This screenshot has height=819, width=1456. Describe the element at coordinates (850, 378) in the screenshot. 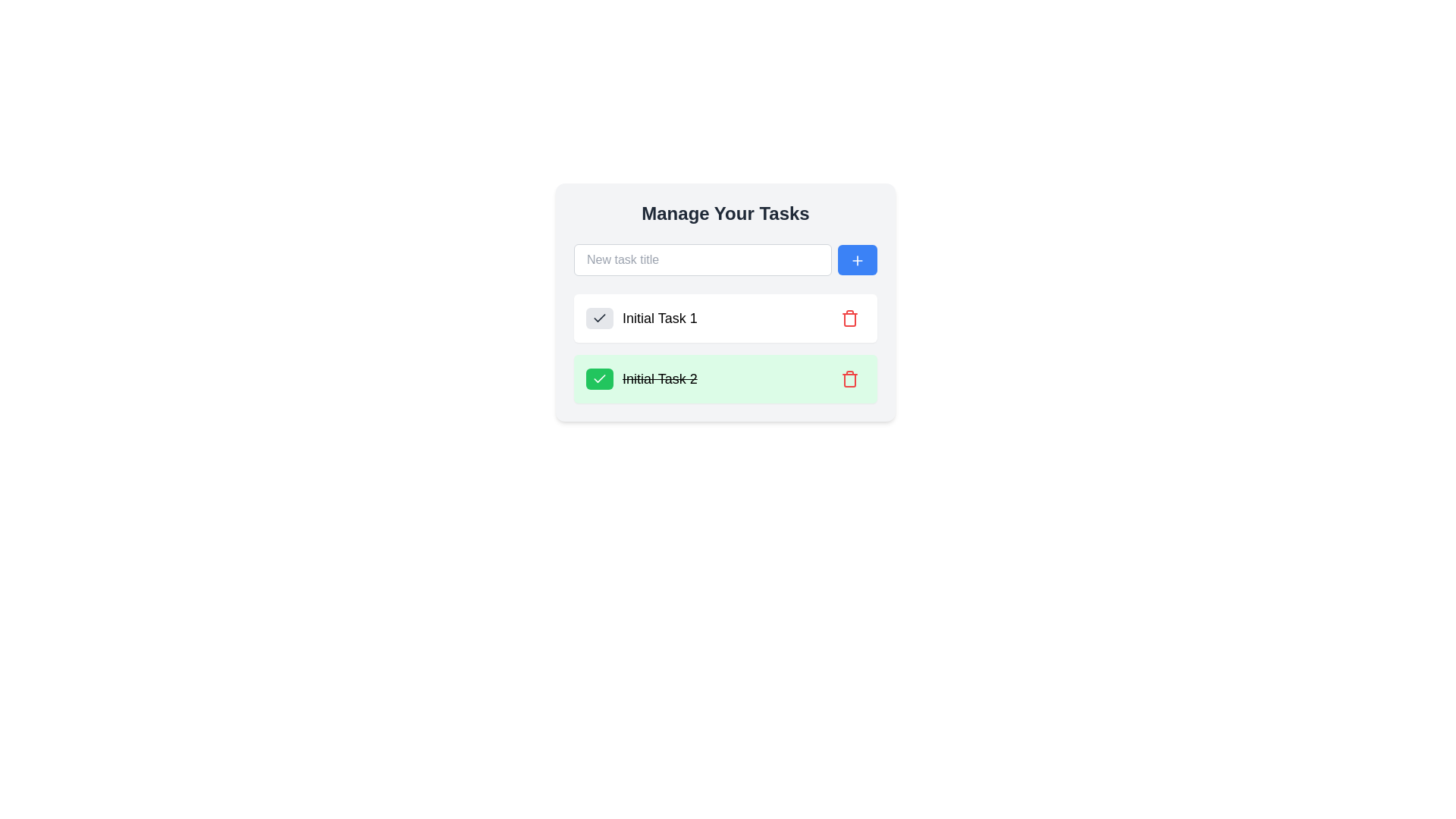

I see `the delete icon located to the right of 'Initial Task 2' in the task list interface` at that location.